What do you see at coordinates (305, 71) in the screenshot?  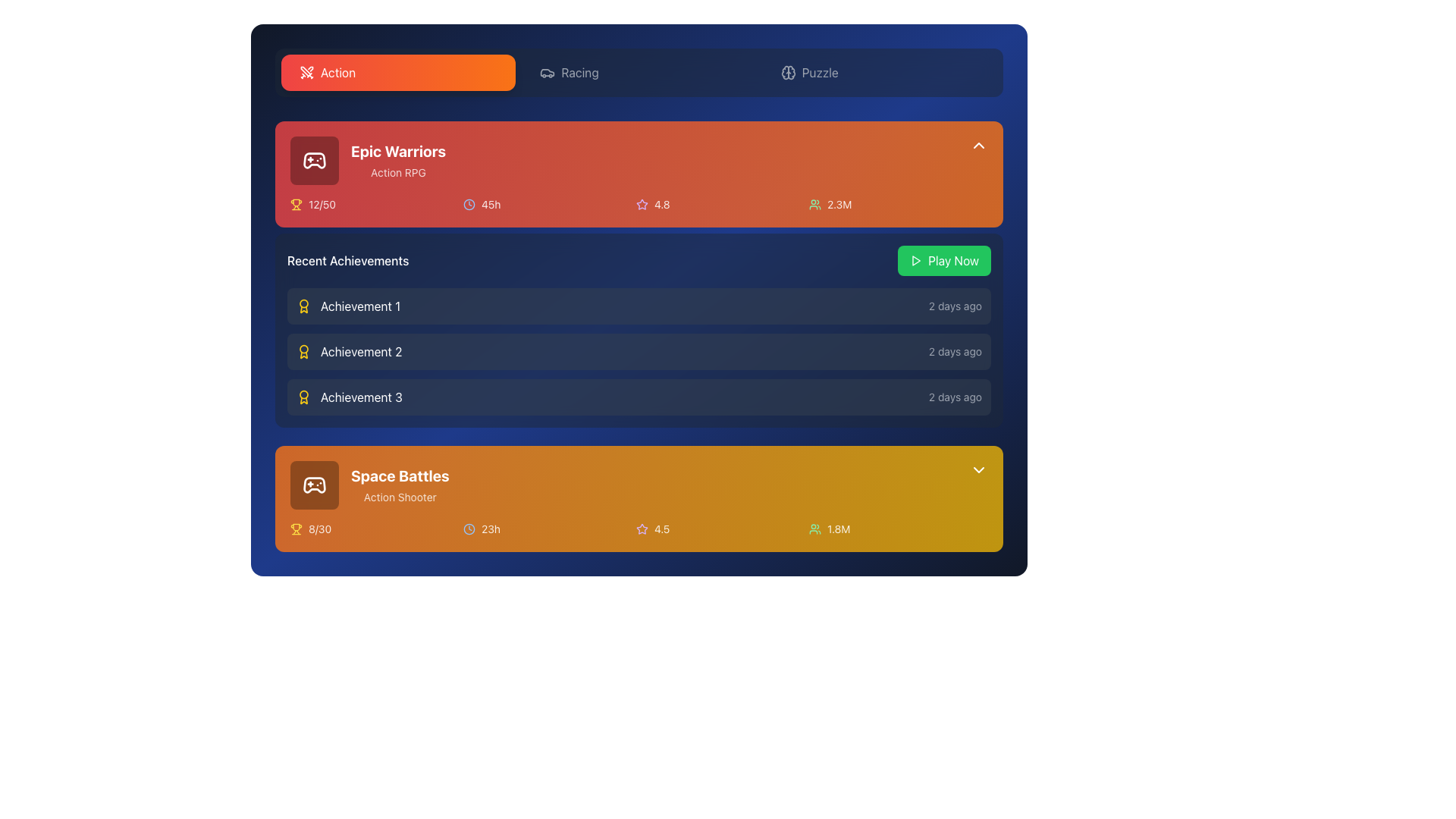 I see `the SVG graphic element representing the 'swords' icon, which is located in the top-left section of the interface above the game information cards` at bounding box center [305, 71].